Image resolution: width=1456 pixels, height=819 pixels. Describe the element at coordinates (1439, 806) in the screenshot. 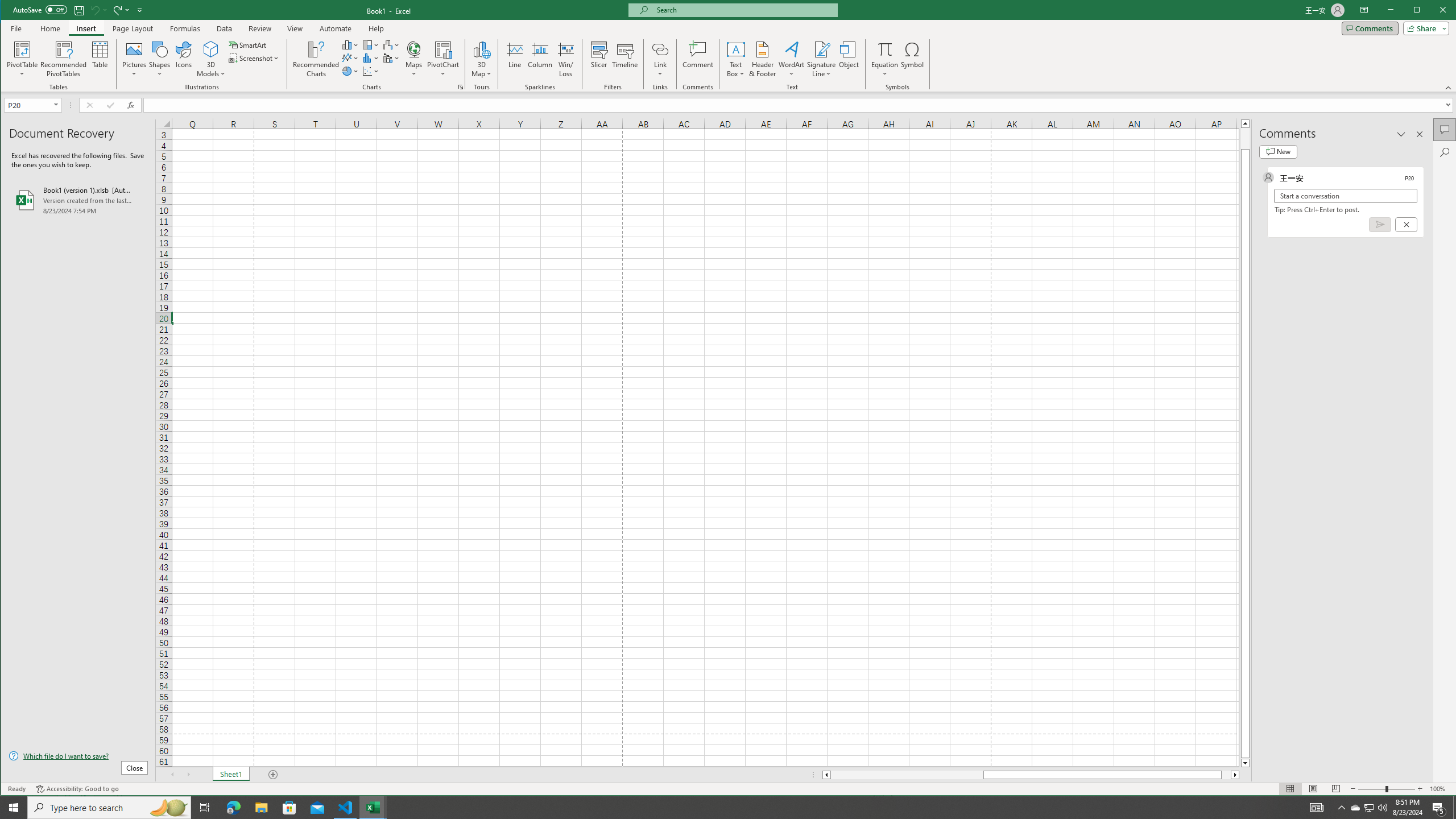

I see `'Action Center, 5 new notifications'` at that location.